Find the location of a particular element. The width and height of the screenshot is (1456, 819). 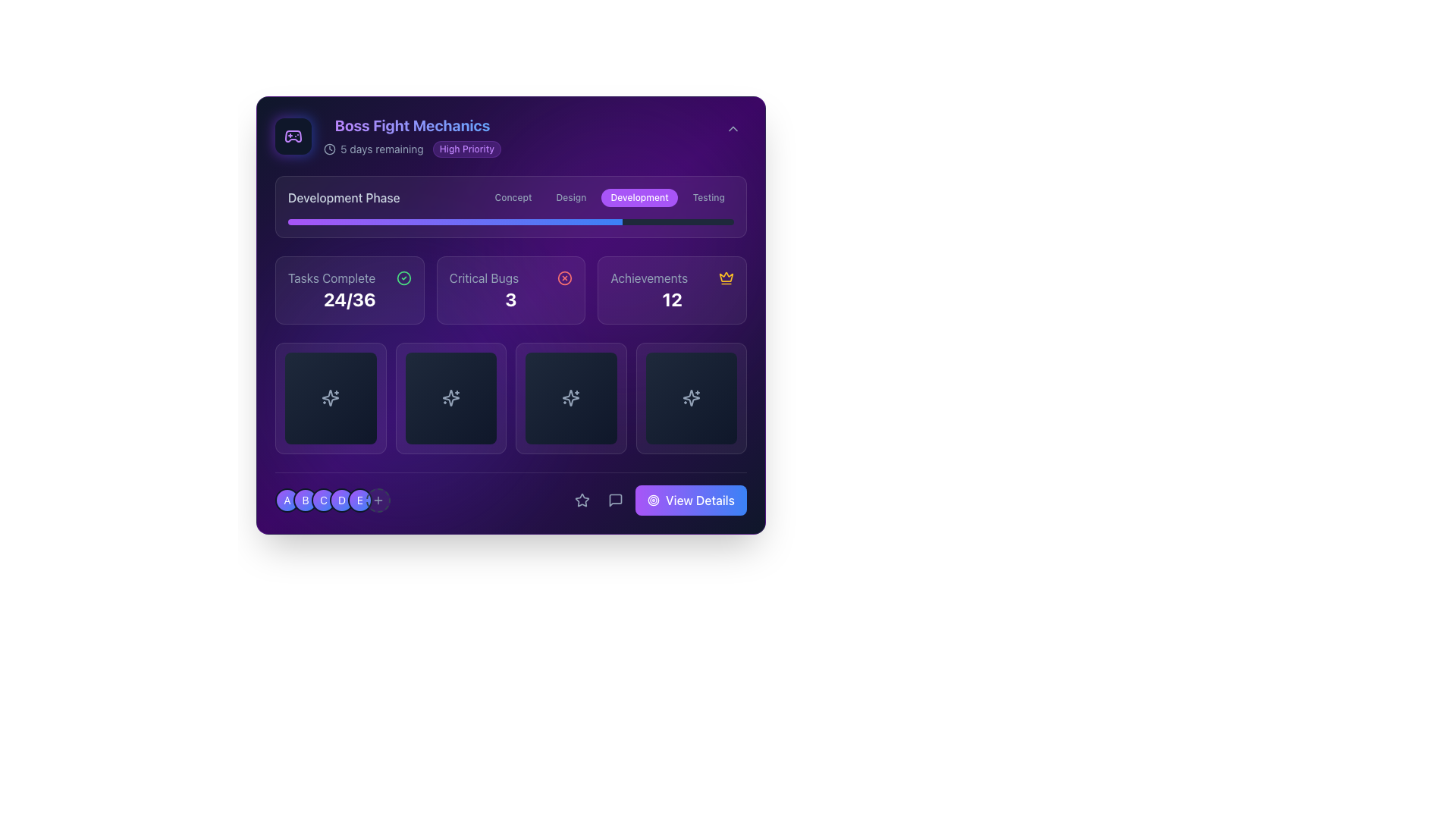

the completion indicator icon located to the right of 'Tasks Complete' and above the progress indicator '24/36' is located at coordinates (403, 278).